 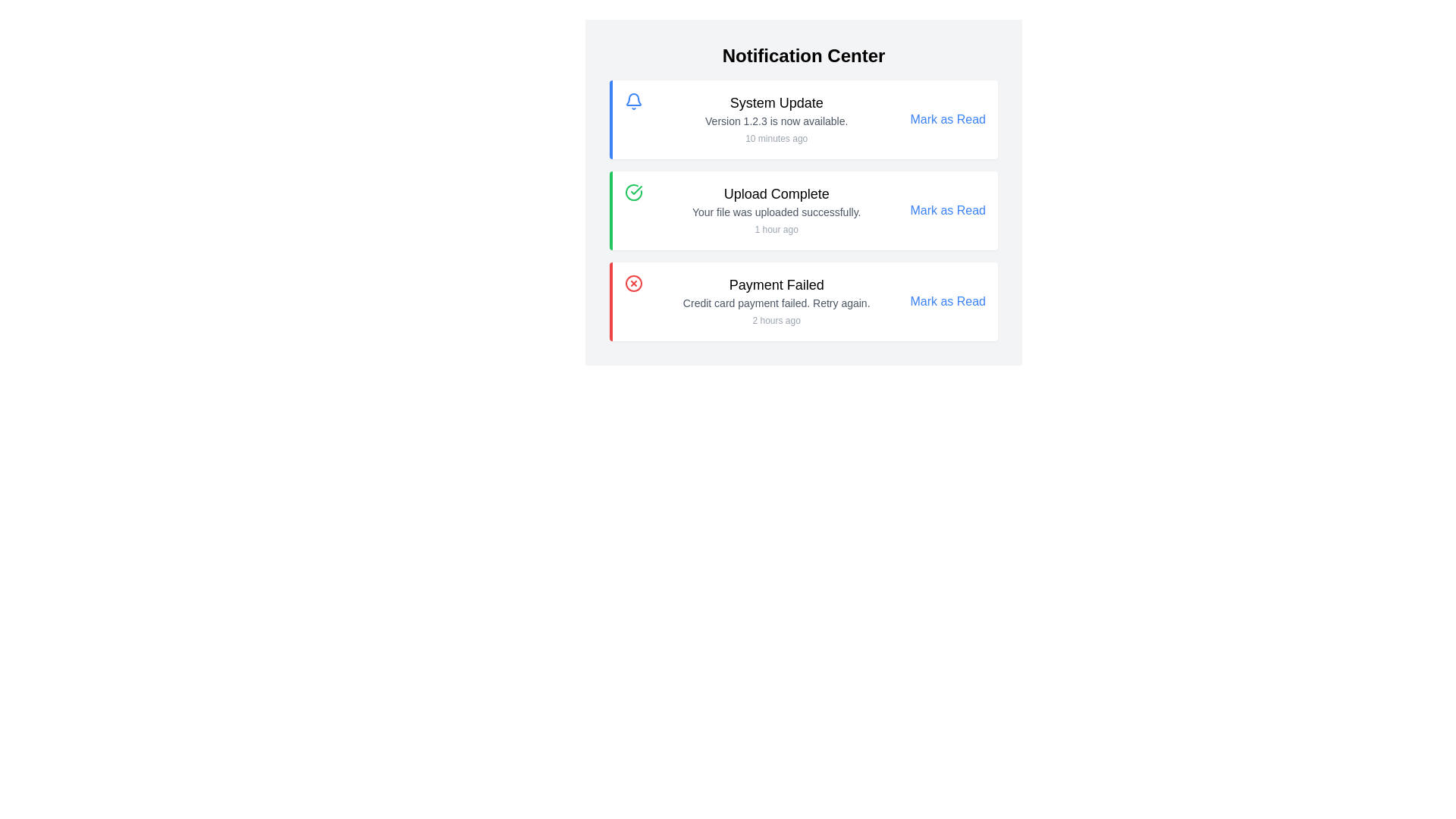 What do you see at coordinates (777, 210) in the screenshot?
I see `the Notification Text Block that contains the title 'Upload Complete', the description 'Your file was uploaded successfully.', and the timestamp '1 hour ago'` at bounding box center [777, 210].